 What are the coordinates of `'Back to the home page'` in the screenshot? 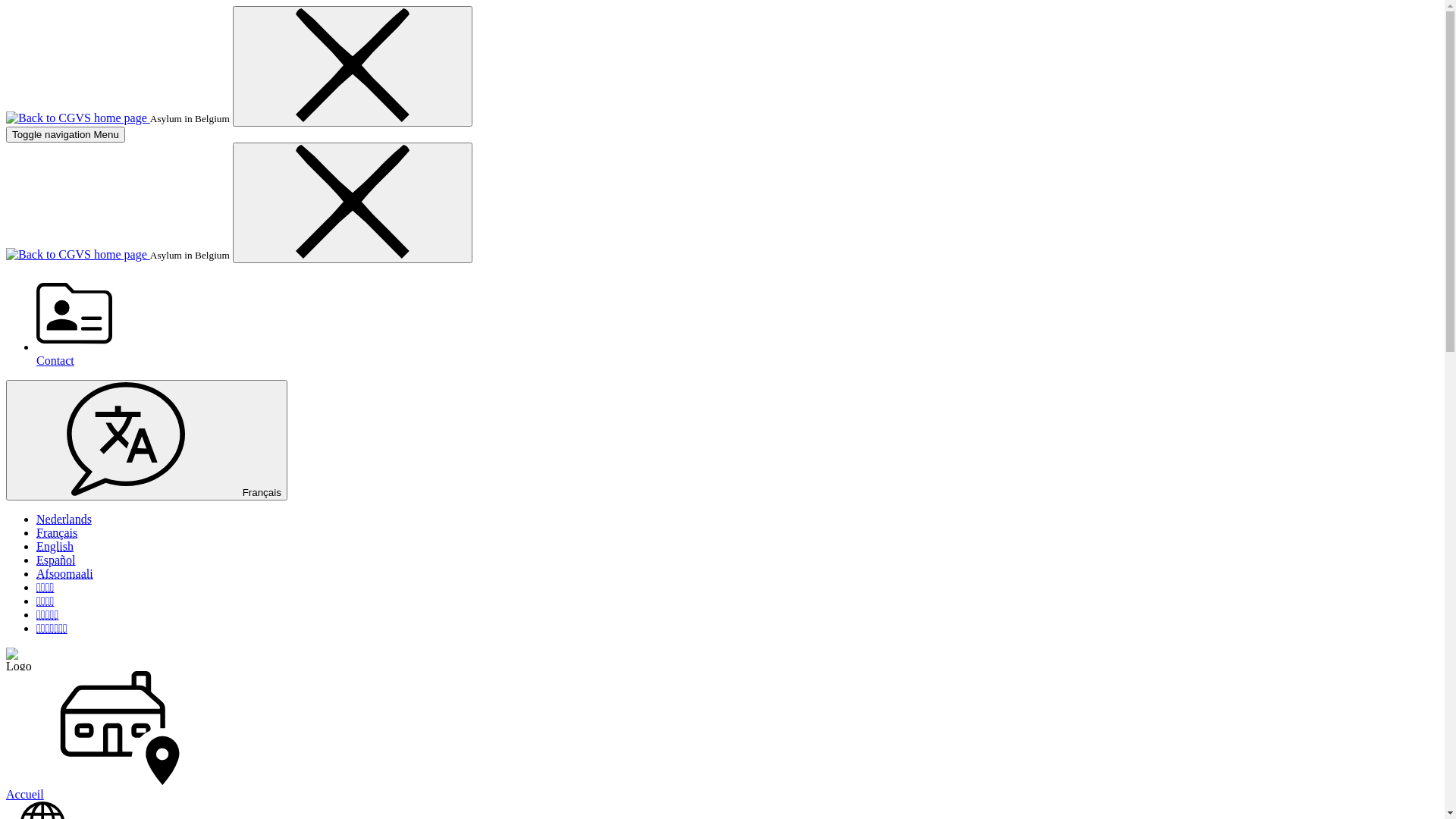 It's located at (77, 117).